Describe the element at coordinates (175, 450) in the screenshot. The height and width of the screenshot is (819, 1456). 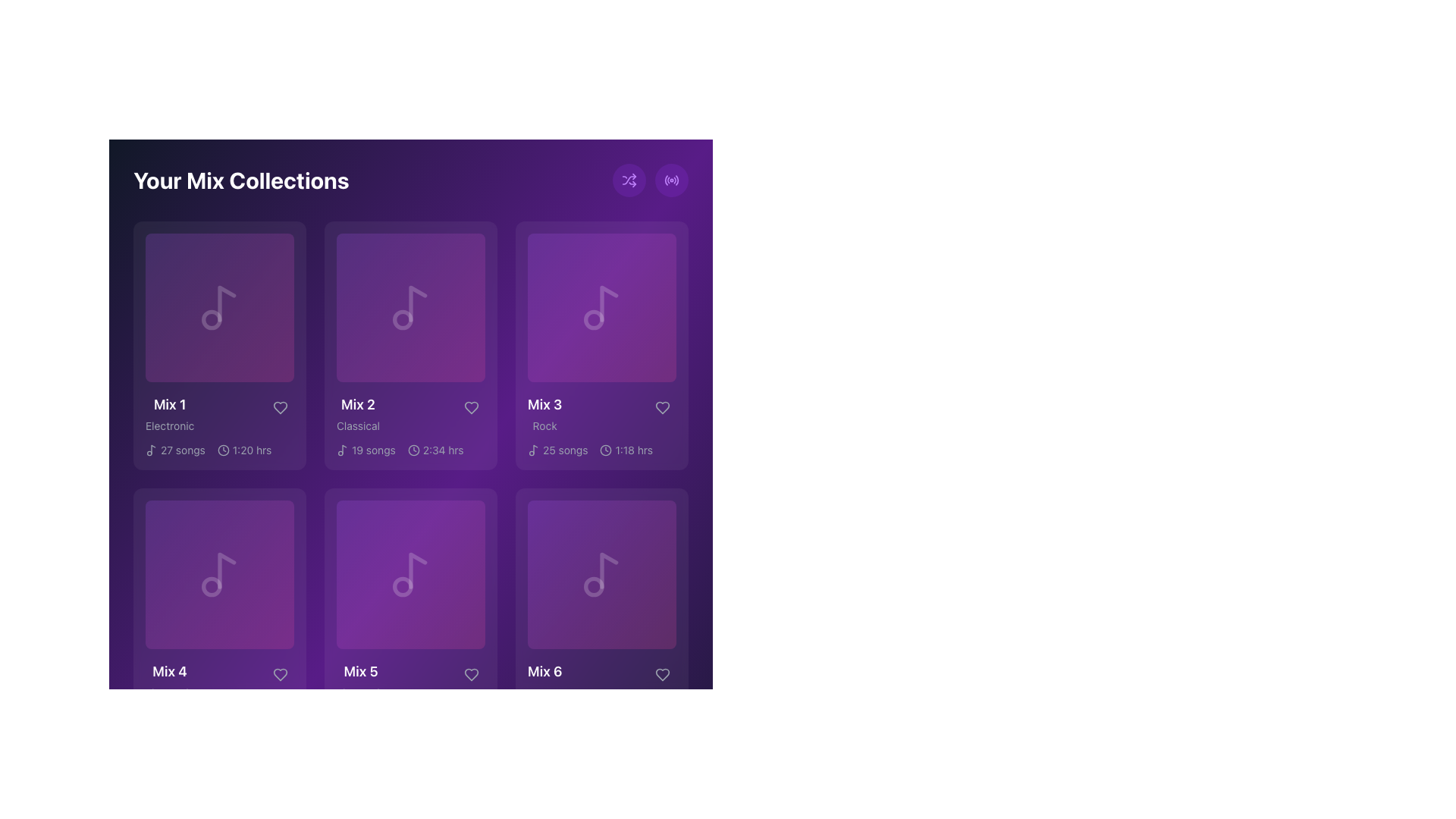
I see `text label indicating the number of songs in the 'Mix 1' collection, located in the lower left corner of the card labeled 'Mix 1' in the 'Your Mix Collections' section` at that location.